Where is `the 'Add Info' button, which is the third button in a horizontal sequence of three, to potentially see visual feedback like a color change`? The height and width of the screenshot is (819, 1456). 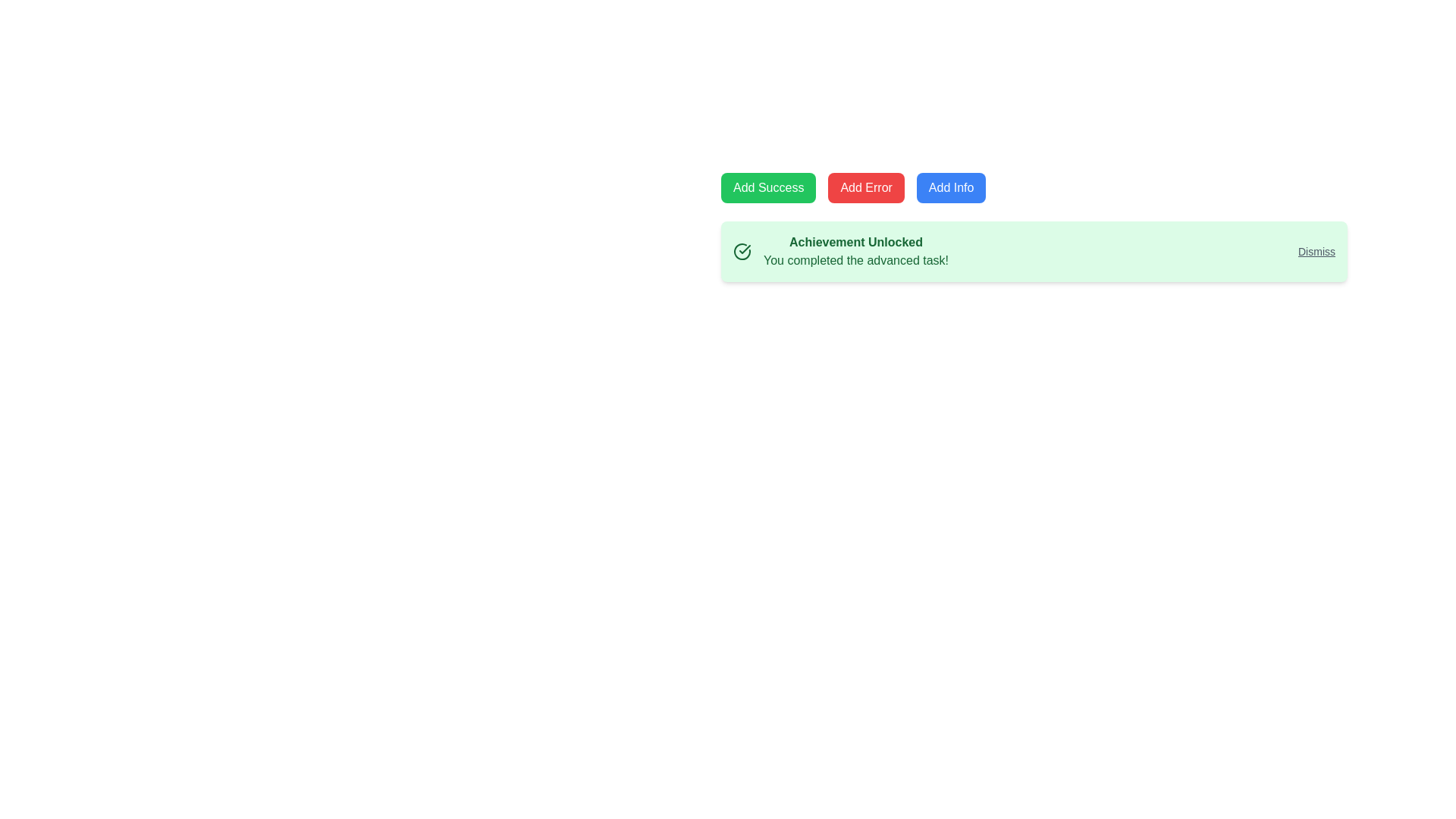
the 'Add Info' button, which is the third button in a horizontal sequence of three, to potentially see visual feedback like a color change is located at coordinates (950, 187).